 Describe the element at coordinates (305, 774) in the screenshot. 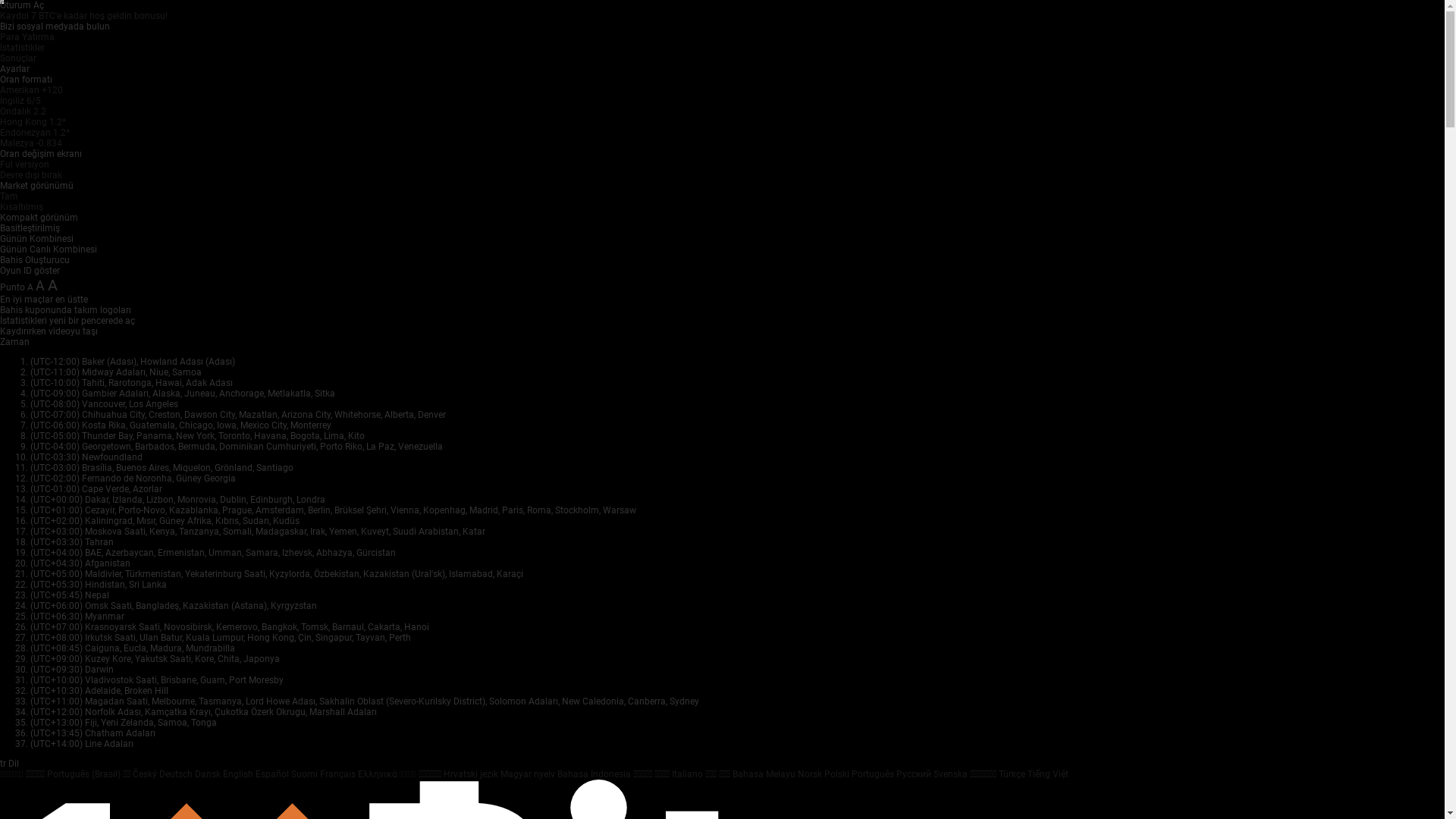

I see `'Suomi'` at that location.